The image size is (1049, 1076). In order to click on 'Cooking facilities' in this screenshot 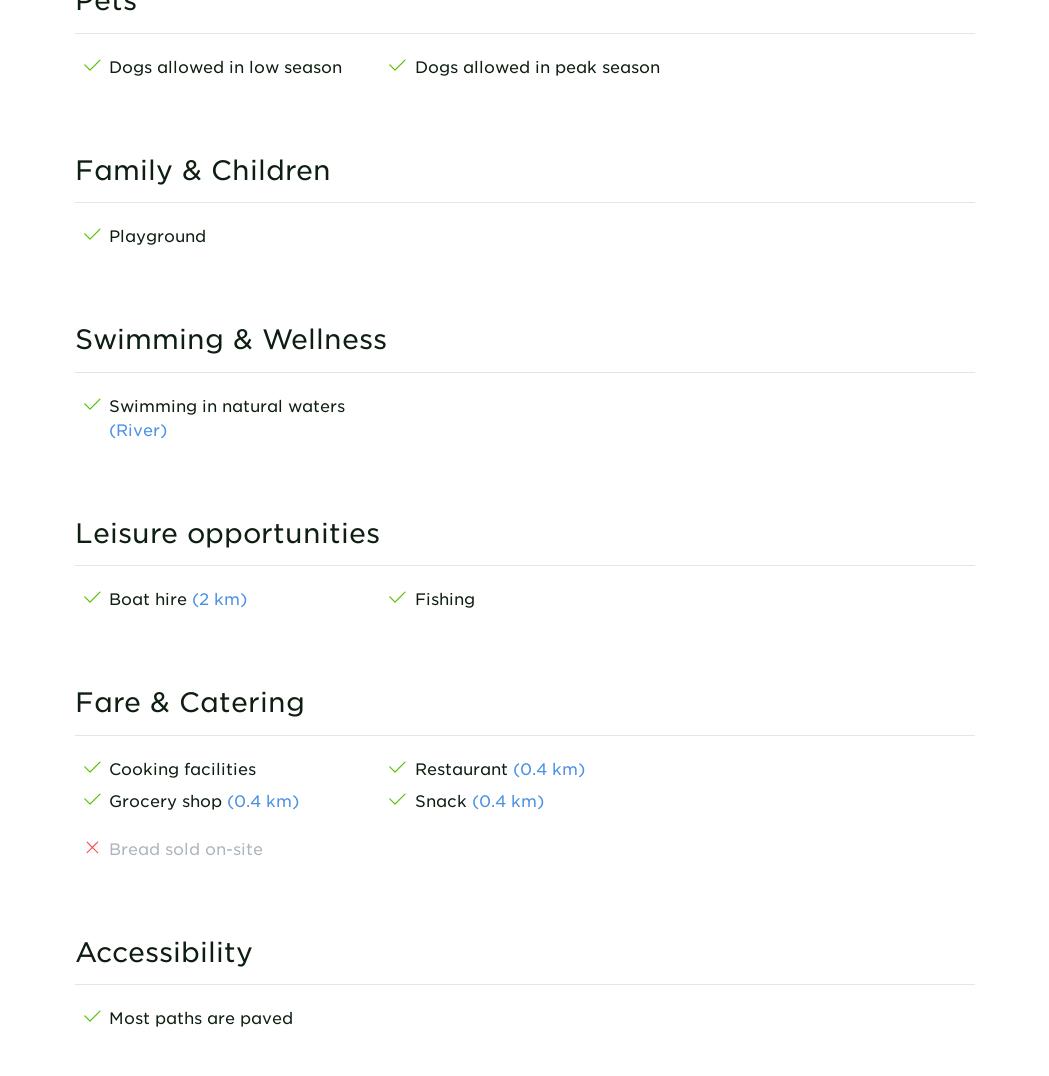, I will do `click(181, 766)`.